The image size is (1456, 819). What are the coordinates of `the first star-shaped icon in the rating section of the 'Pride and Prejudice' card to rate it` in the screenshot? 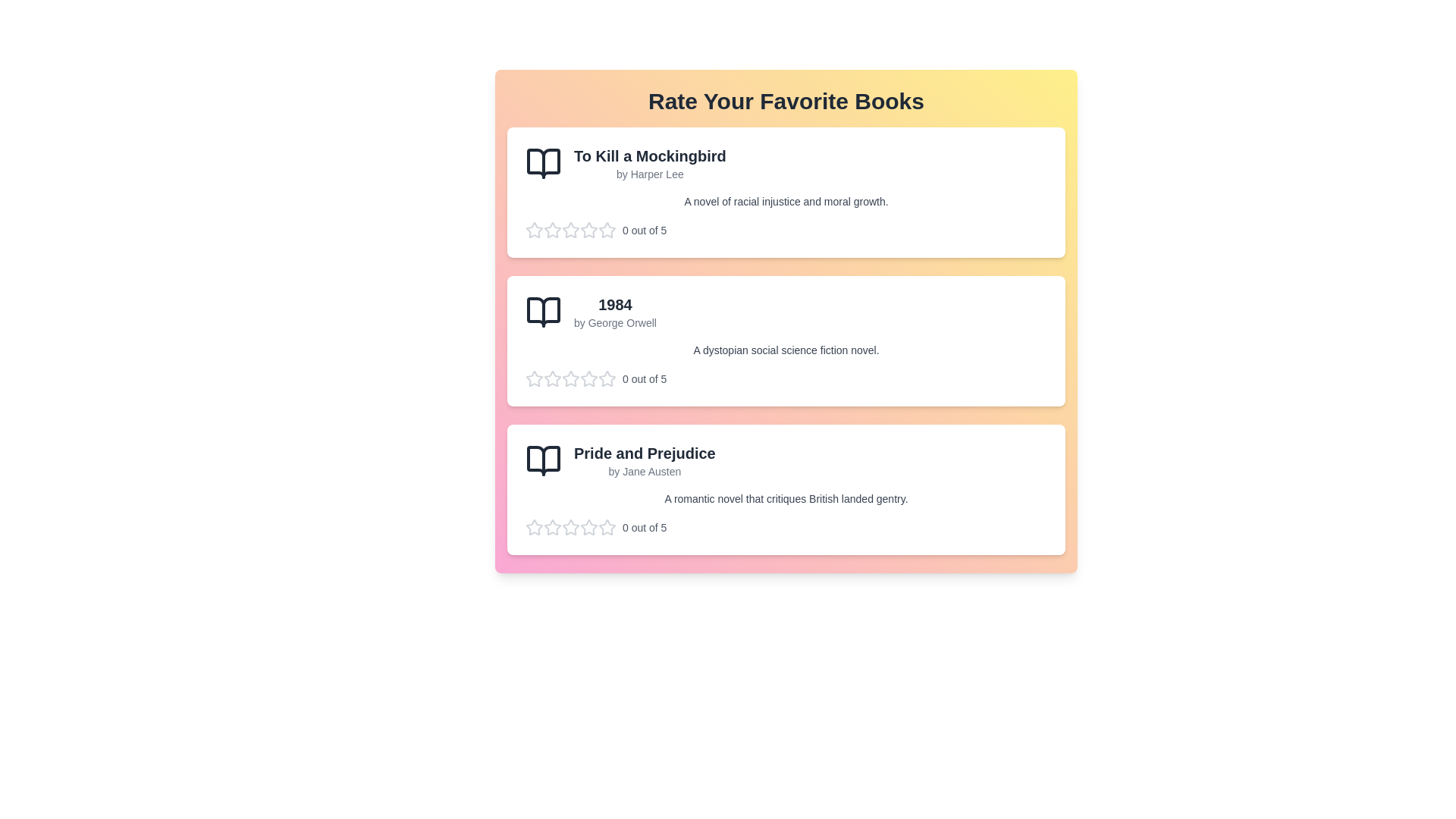 It's located at (588, 526).